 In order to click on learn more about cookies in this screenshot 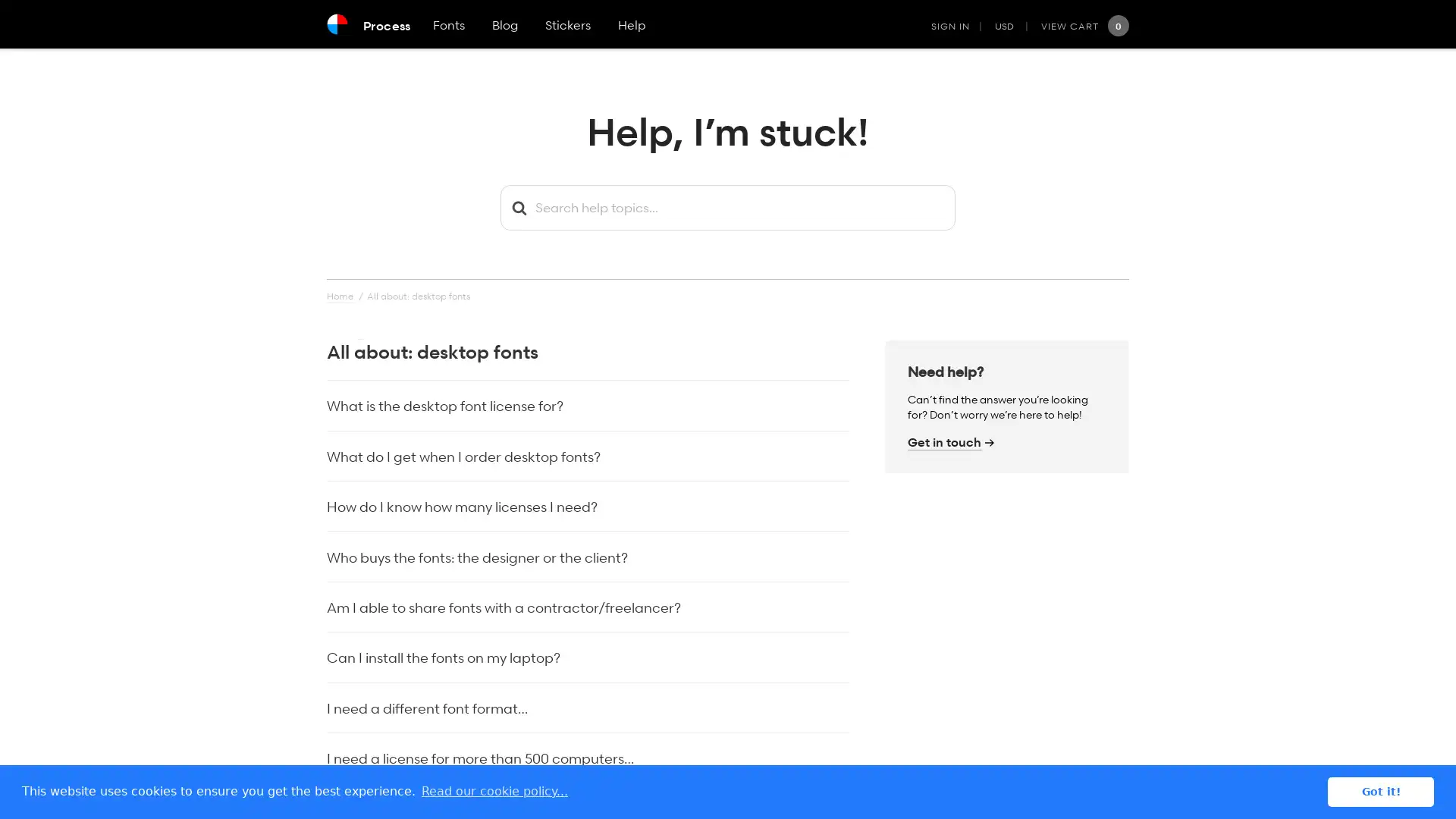, I will do `click(494, 791)`.